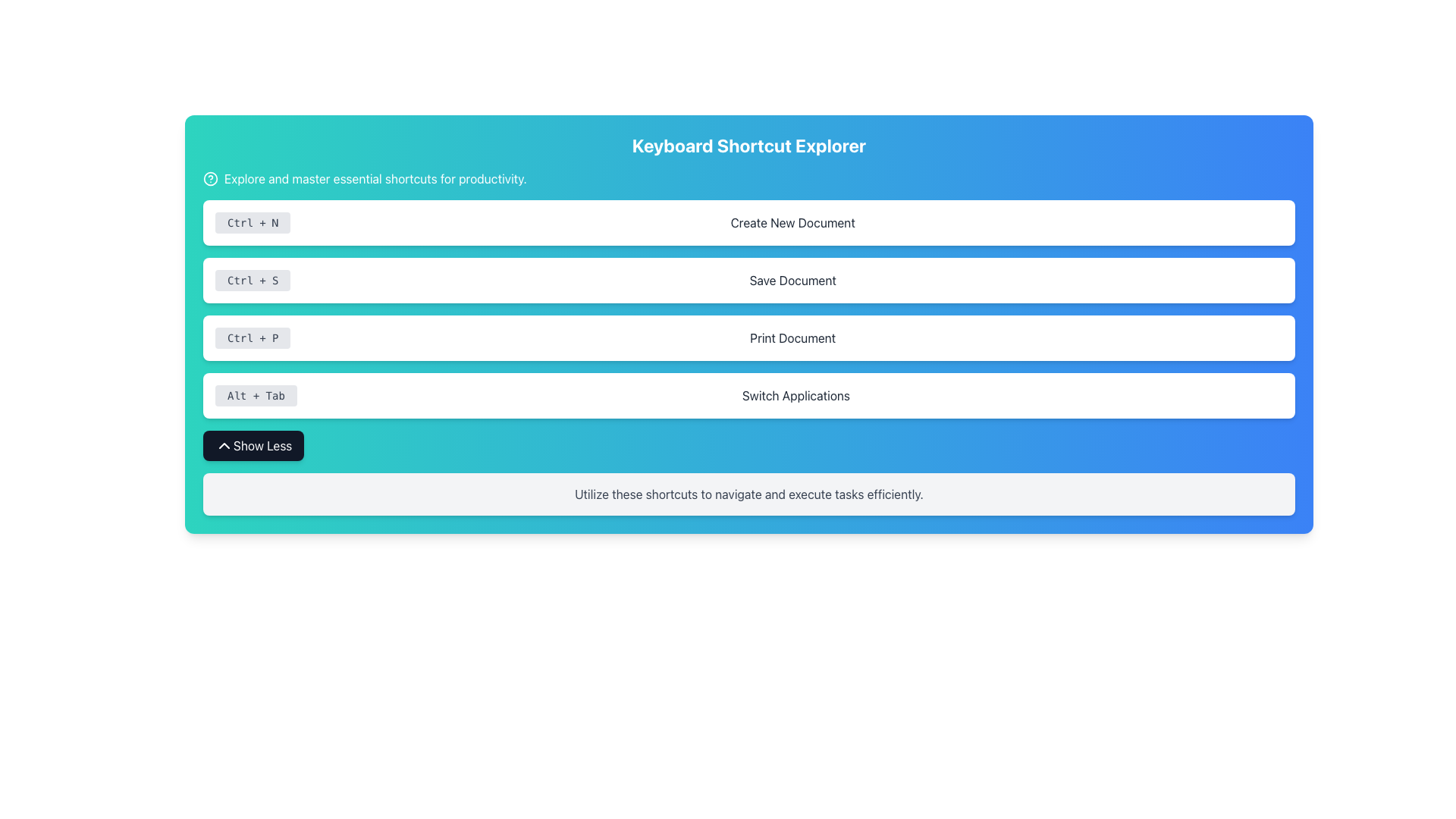 The width and height of the screenshot is (1456, 819). I want to click on the informative shortcut key display indicating 'Ctrl + N' creates a new document, which is the first item in the Keyboard Shortcut Explorer list, so click(749, 222).